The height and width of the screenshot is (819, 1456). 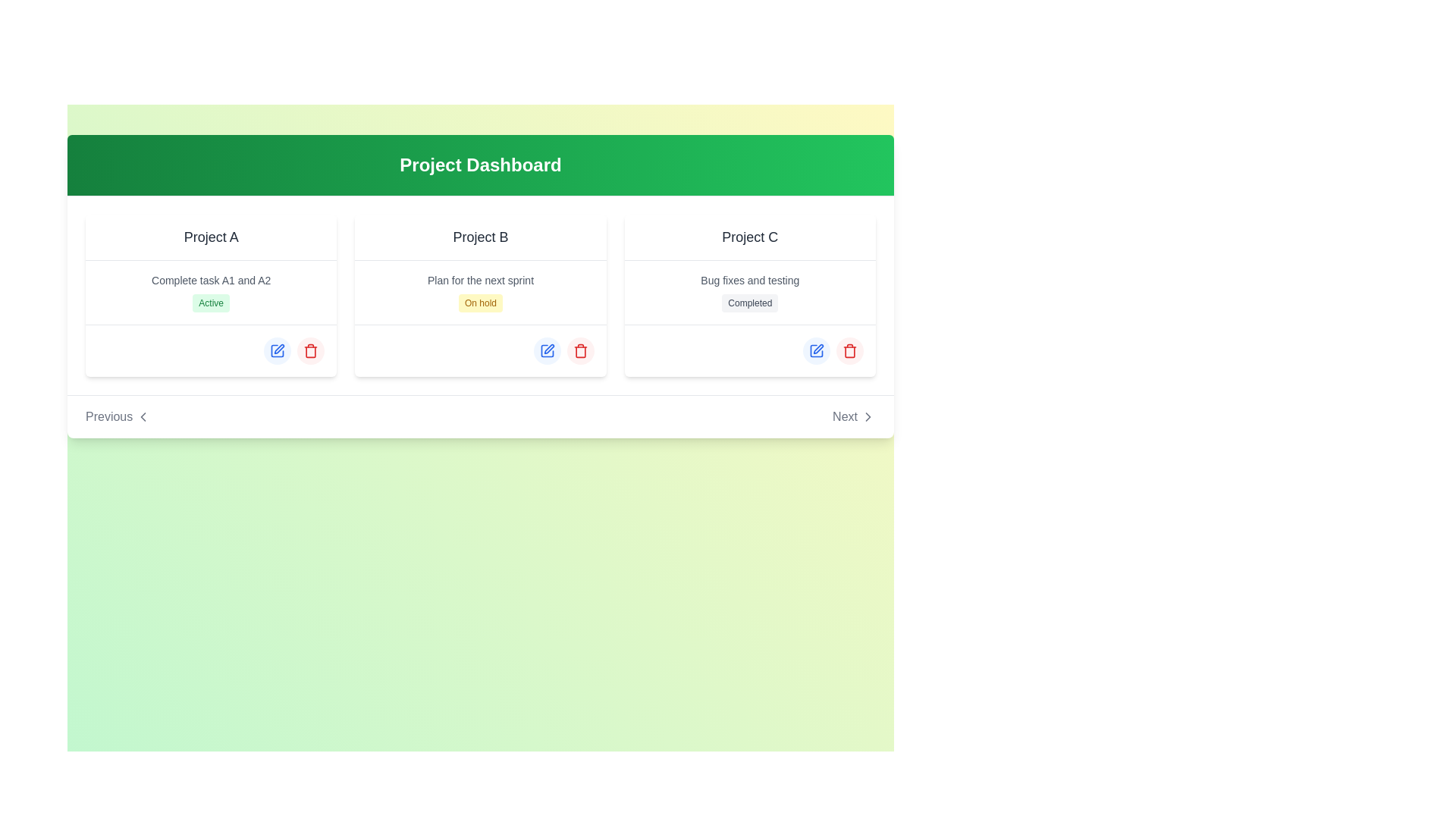 I want to click on the blue square edit button with a pen icon located in the bottom-right corner of the 'Project C' card to initiate the edit action, so click(x=815, y=350).